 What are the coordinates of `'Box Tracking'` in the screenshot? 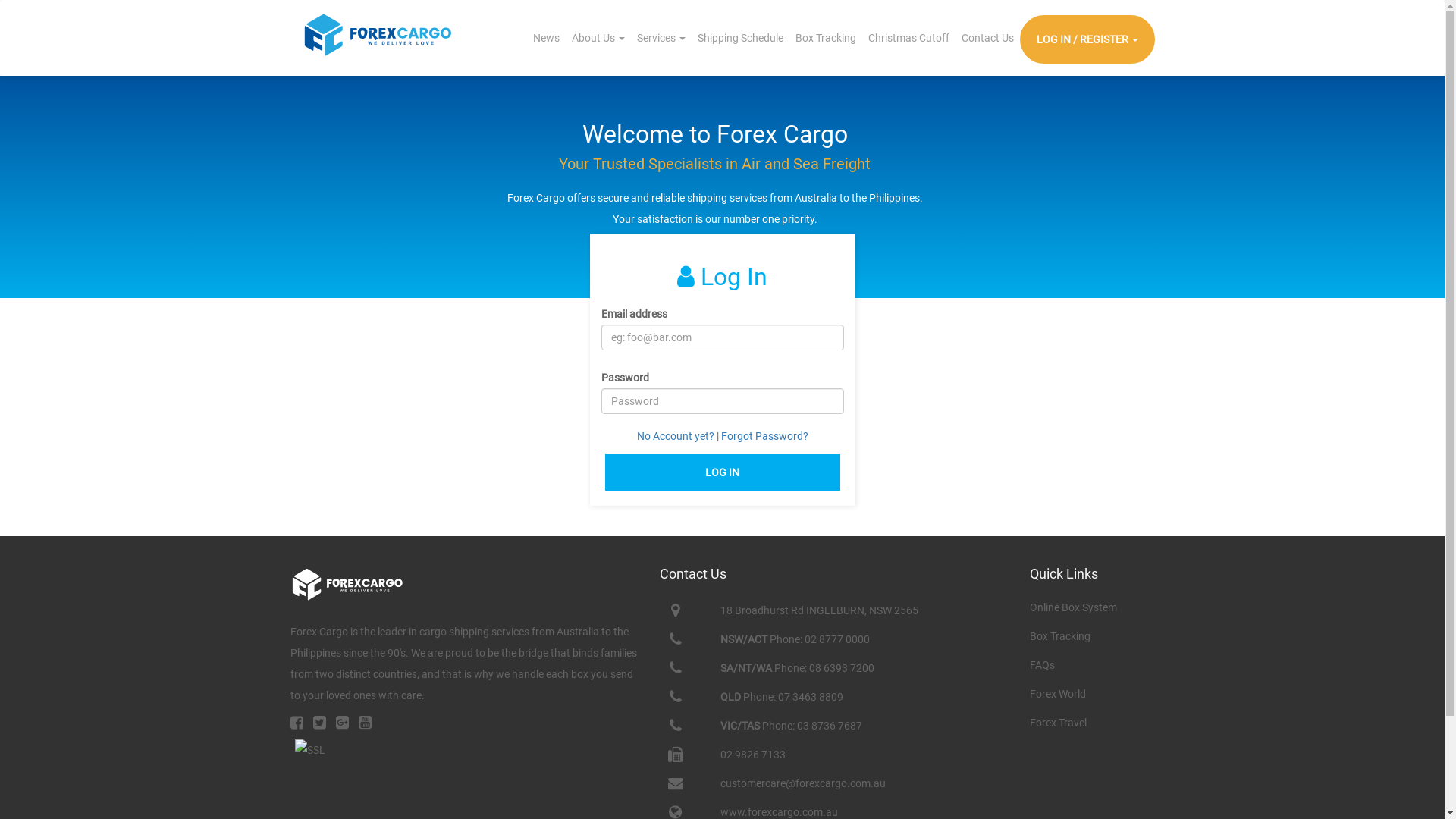 It's located at (1059, 636).